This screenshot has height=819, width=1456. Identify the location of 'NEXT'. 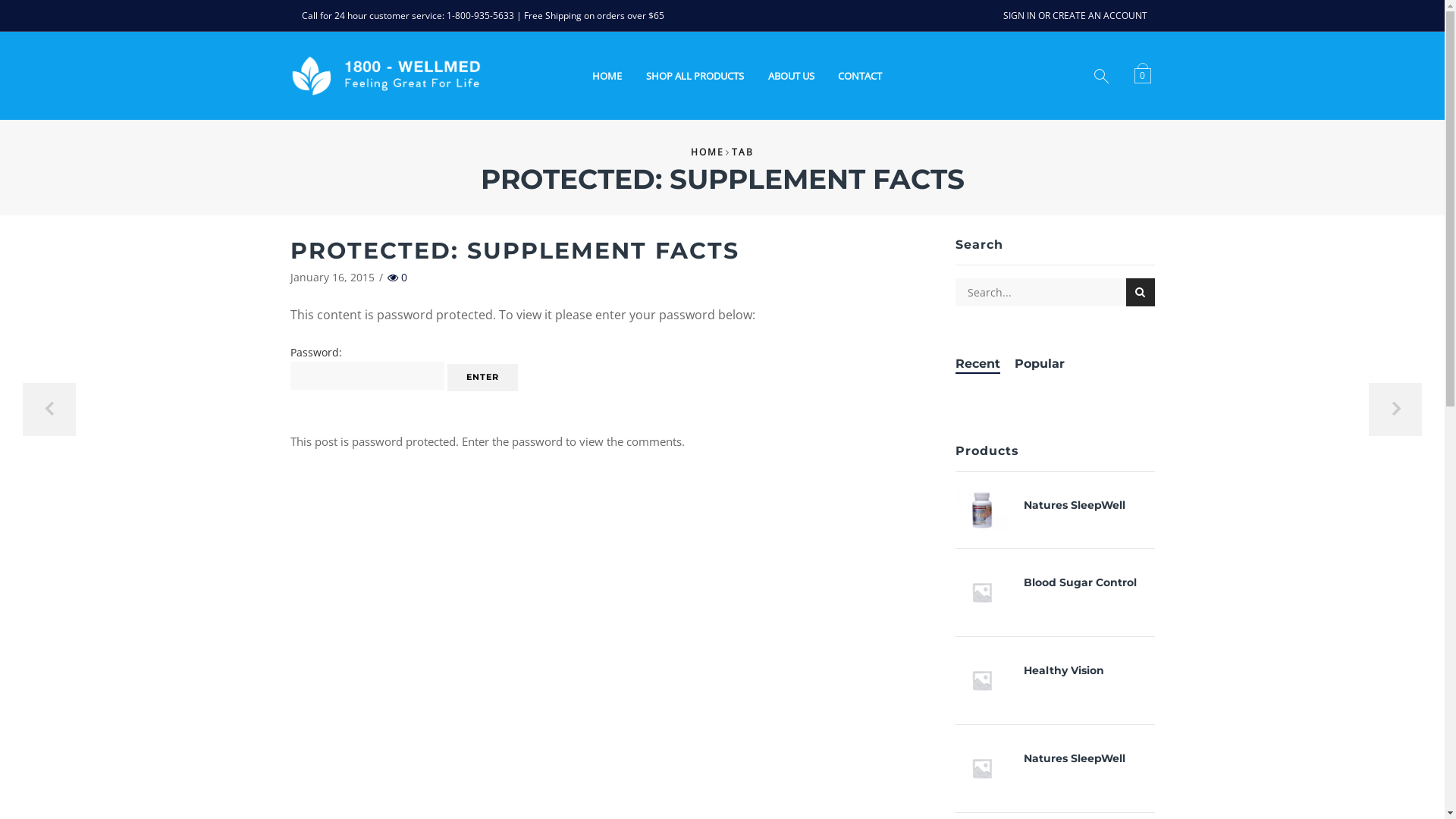
(1395, 409).